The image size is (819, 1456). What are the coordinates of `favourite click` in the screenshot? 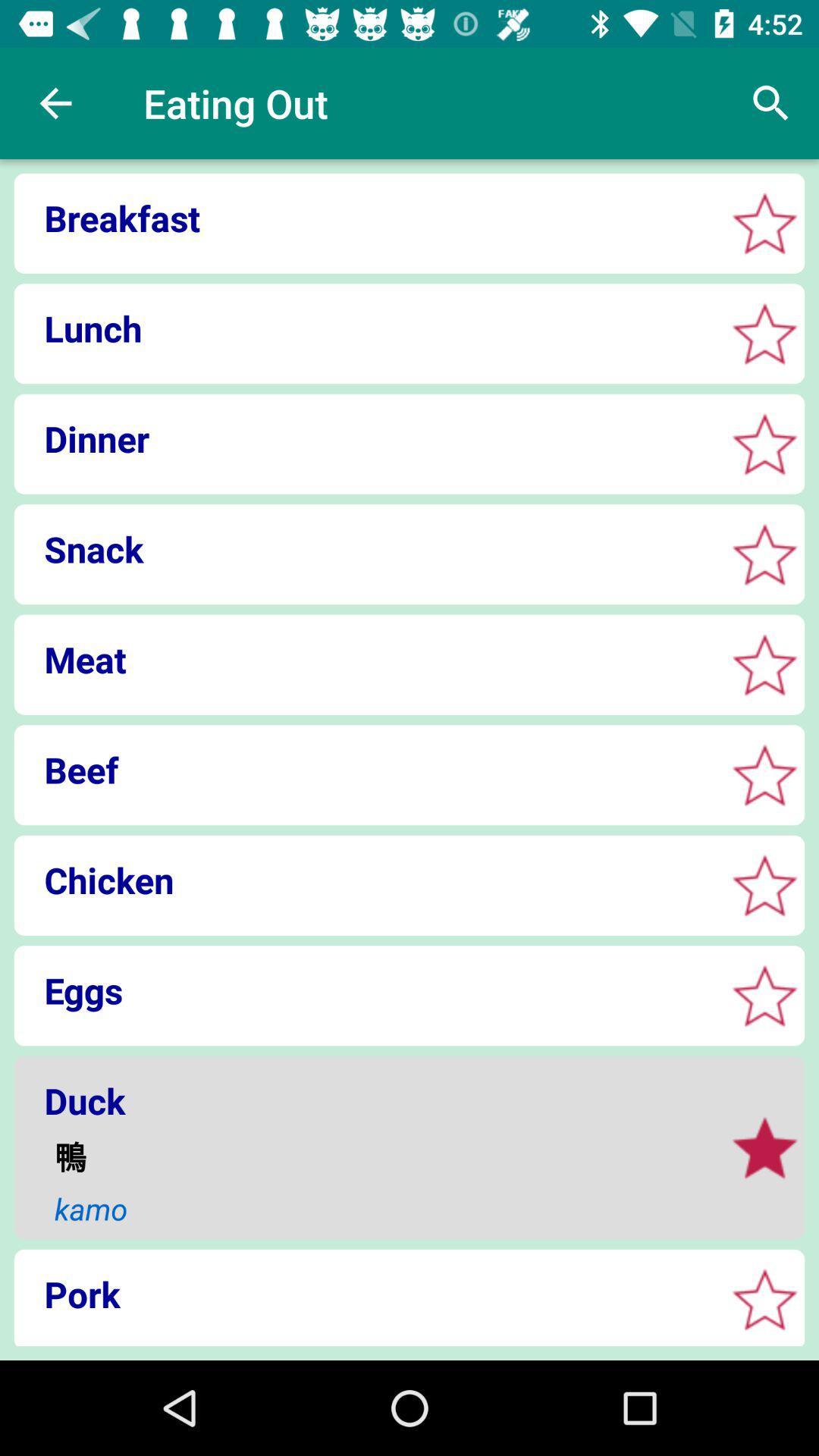 It's located at (764, 443).